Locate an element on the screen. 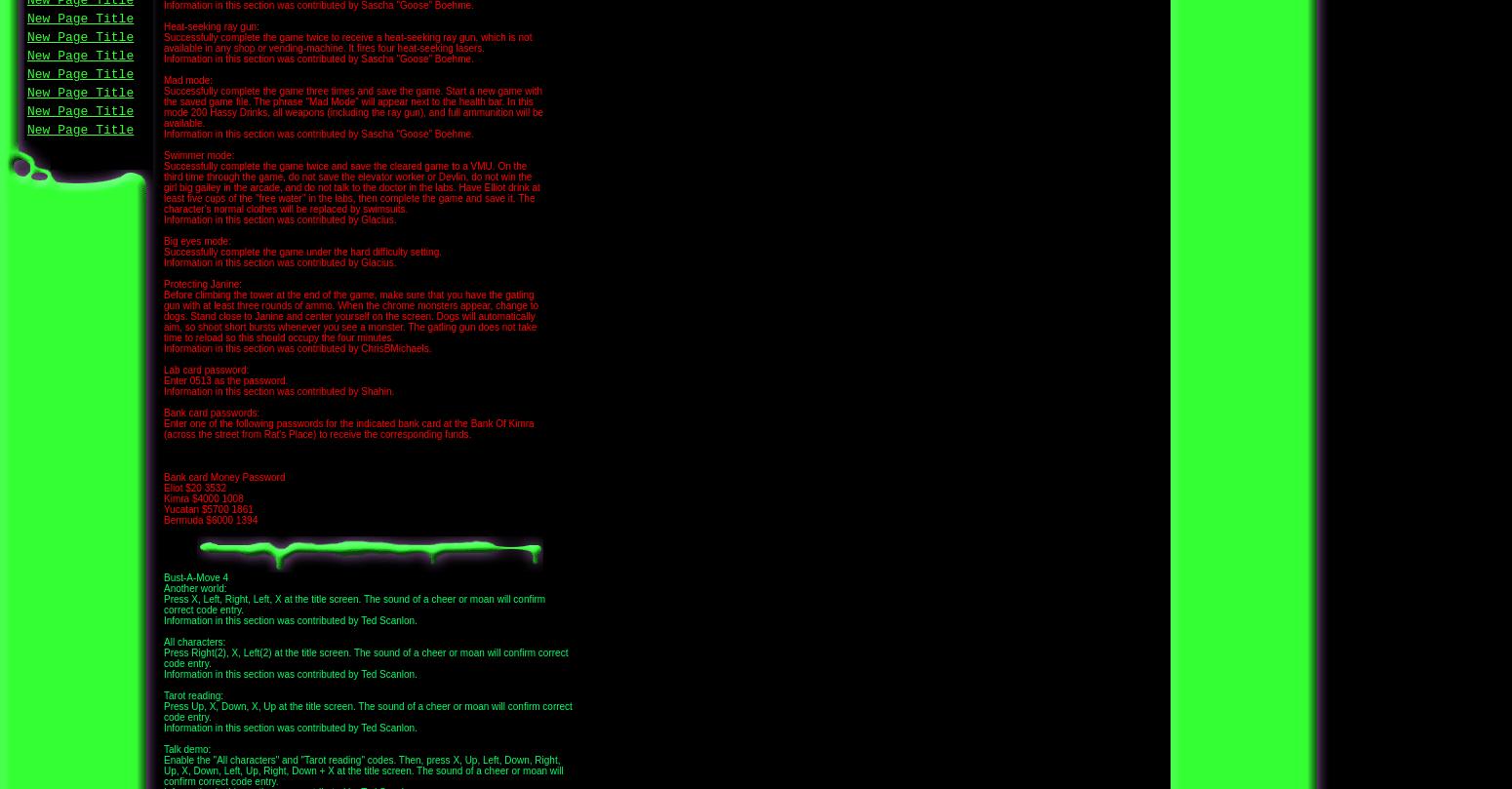 The width and height of the screenshot is (1512, 789). 'Protecting Janine:' is located at coordinates (202, 284).